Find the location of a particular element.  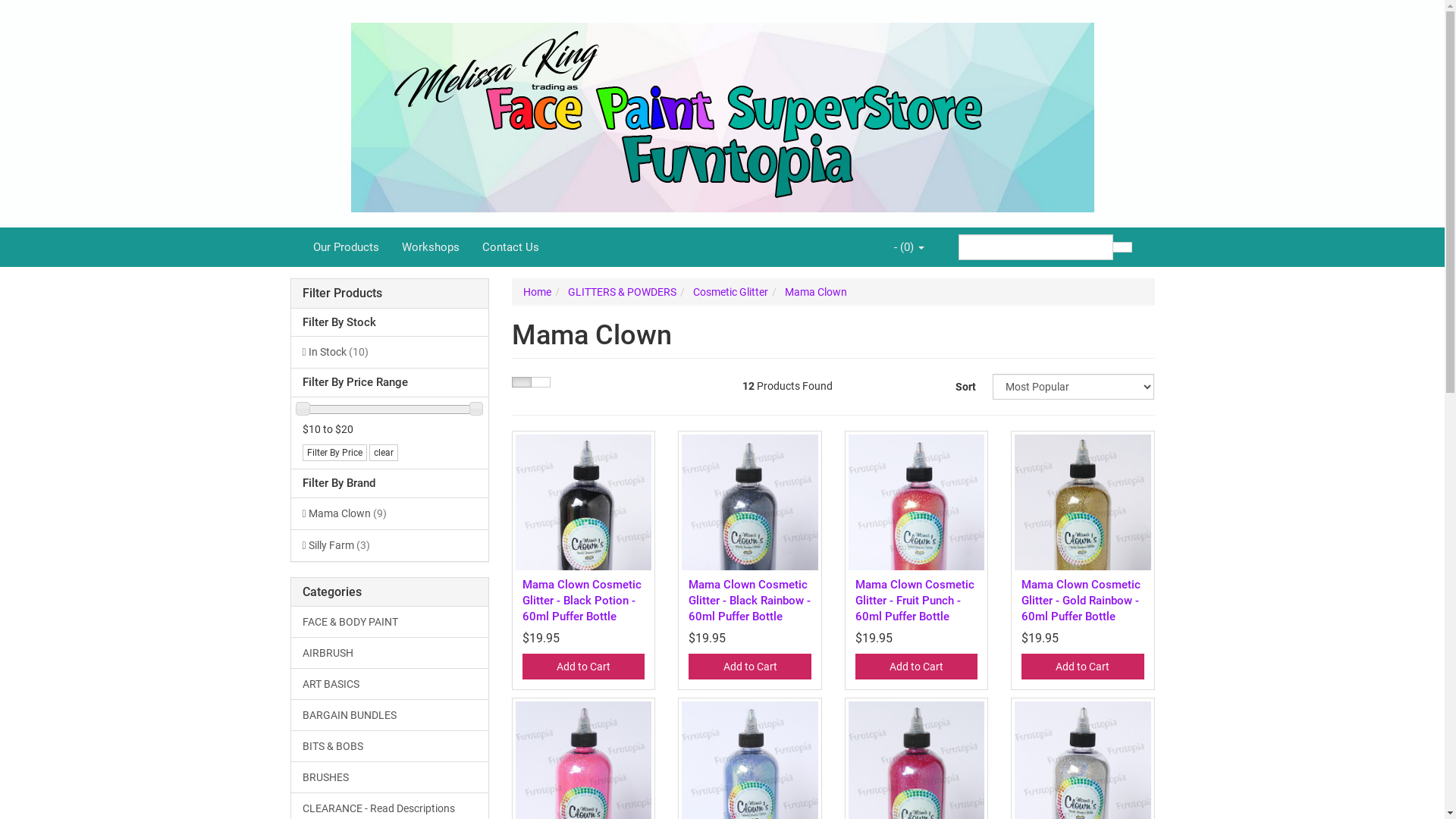

'Mama Clown (9)' is located at coordinates (390, 513).